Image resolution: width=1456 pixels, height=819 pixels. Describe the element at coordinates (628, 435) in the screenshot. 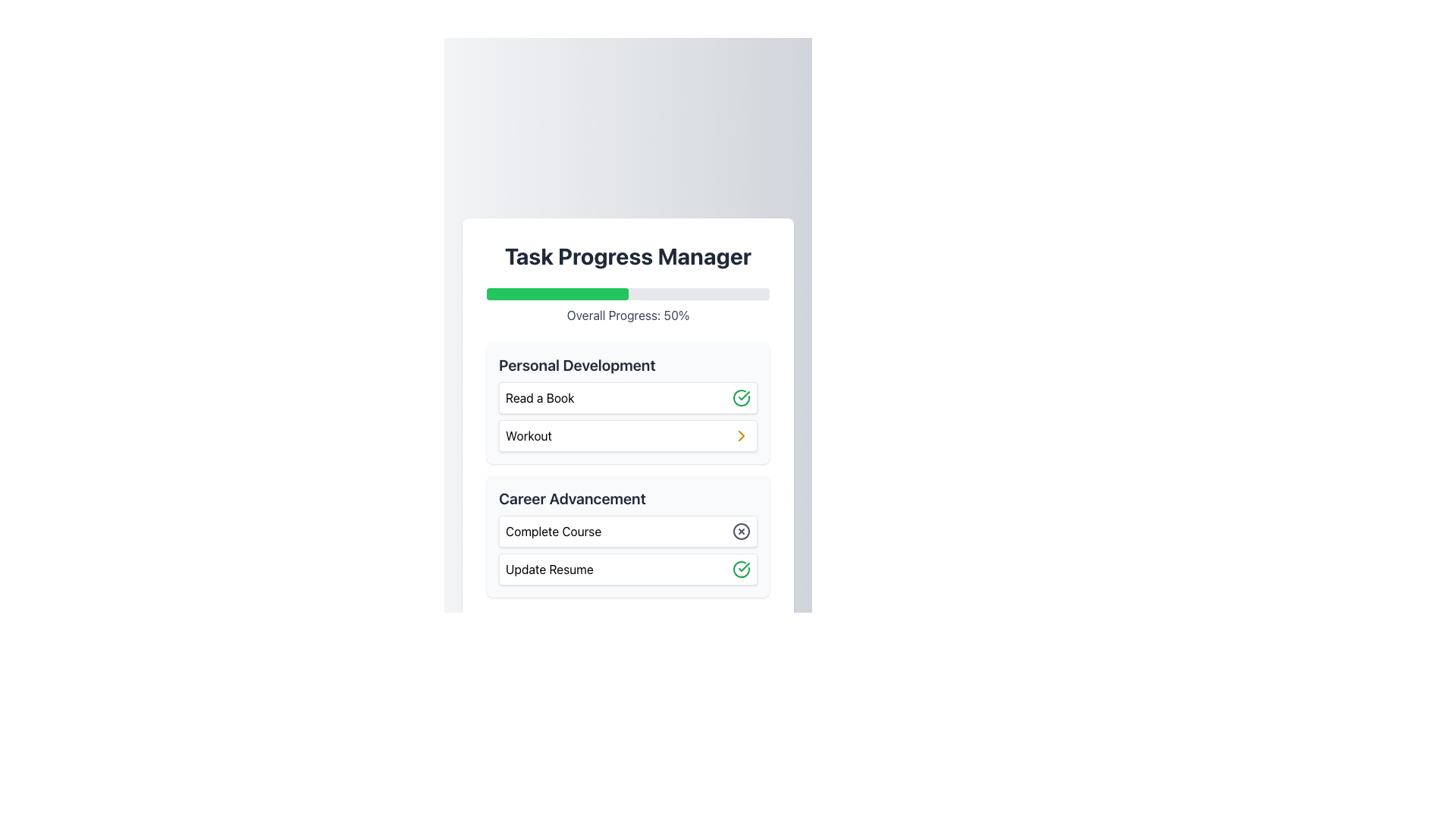

I see `the interactive list item labeled 'Workout' with a white background and yellow arrow icon` at that location.